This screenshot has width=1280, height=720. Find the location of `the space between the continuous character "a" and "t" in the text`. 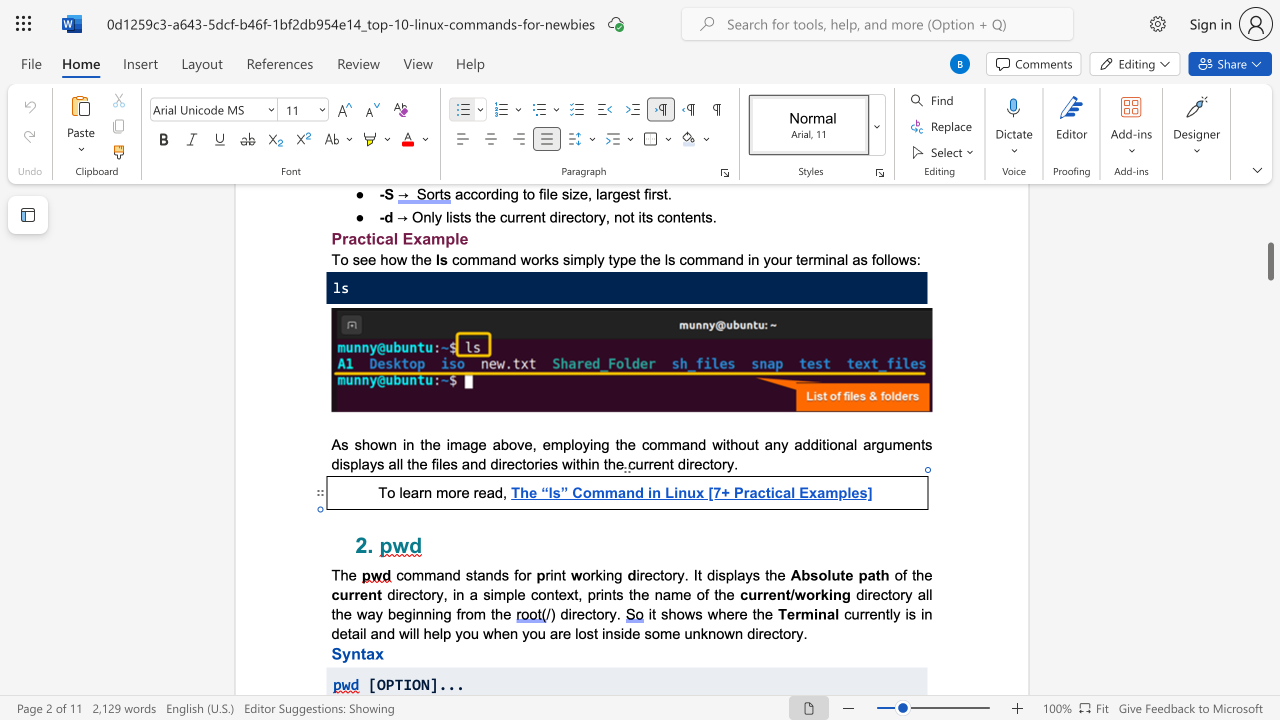

the space between the continuous character "a" and "t" in the text is located at coordinates (874, 575).